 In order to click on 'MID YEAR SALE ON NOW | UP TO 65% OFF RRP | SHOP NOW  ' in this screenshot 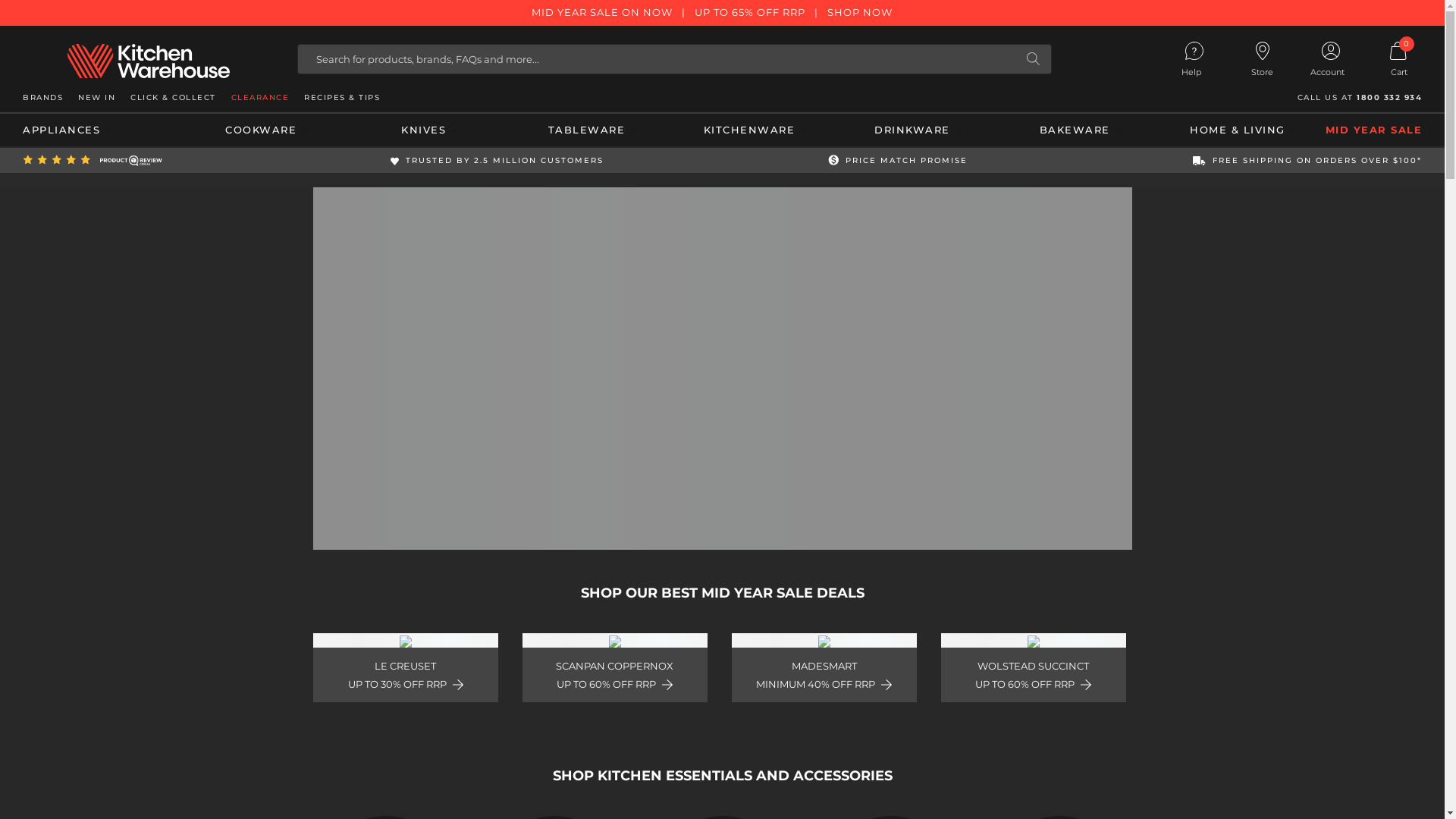, I will do `click(721, 12)`.